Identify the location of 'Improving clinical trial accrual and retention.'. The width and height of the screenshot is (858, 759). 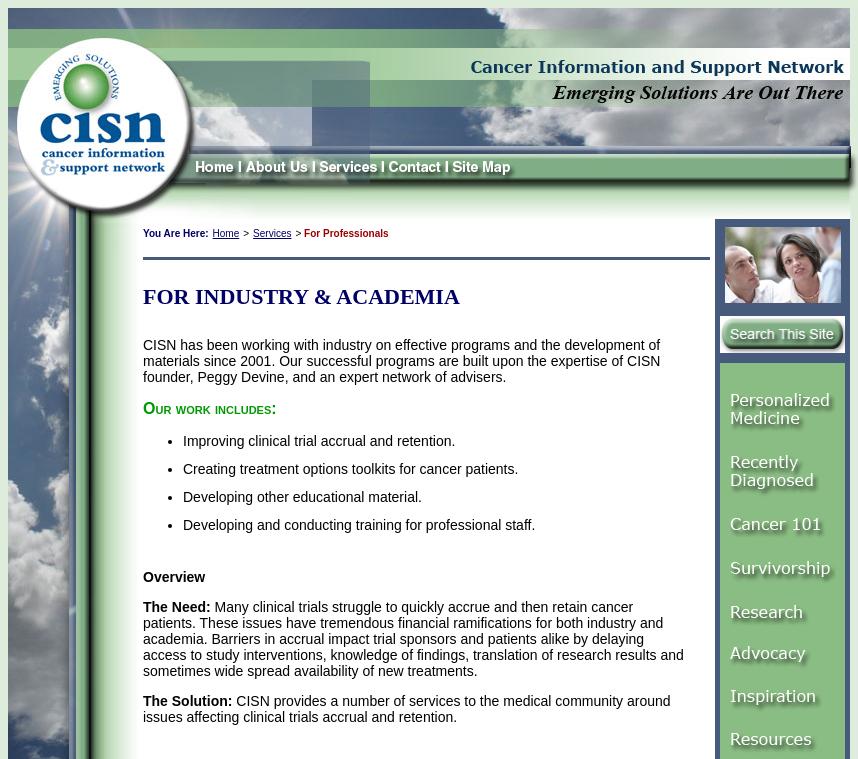
(318, 440).